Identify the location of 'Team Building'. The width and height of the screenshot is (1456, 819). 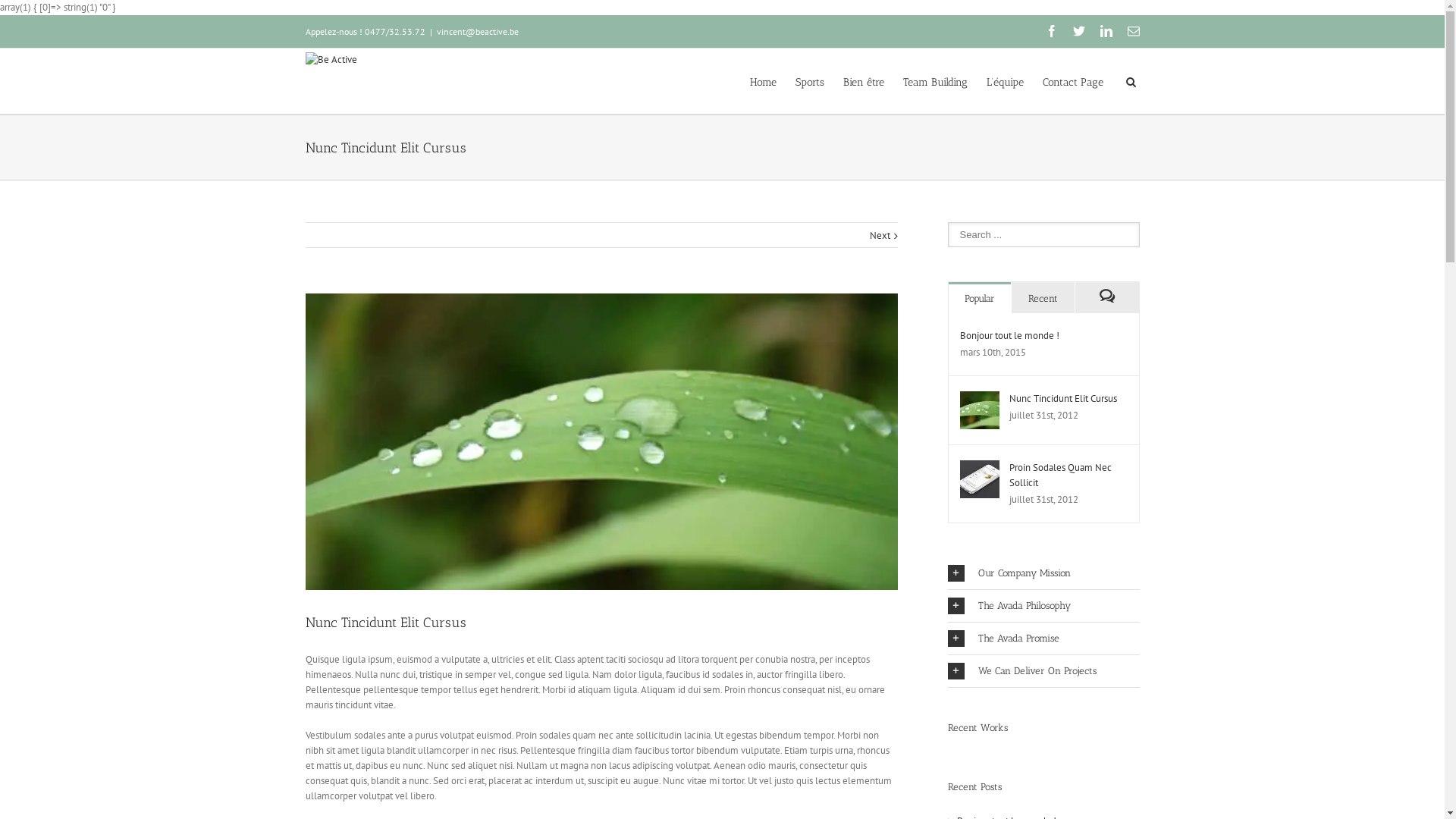
(934, 81).